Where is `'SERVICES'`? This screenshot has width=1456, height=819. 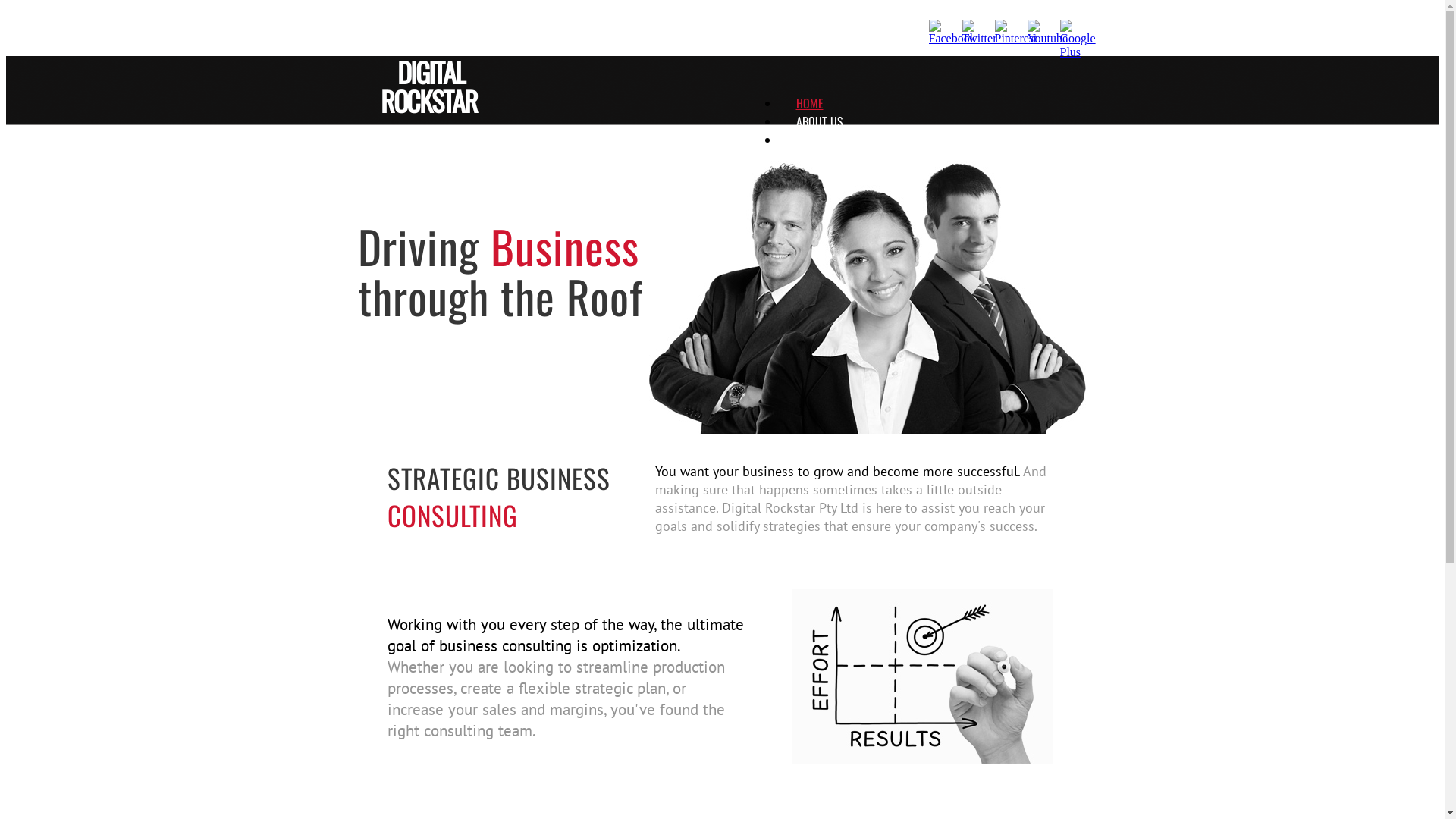
'SERVICES' is located at coordinates (795, 140).